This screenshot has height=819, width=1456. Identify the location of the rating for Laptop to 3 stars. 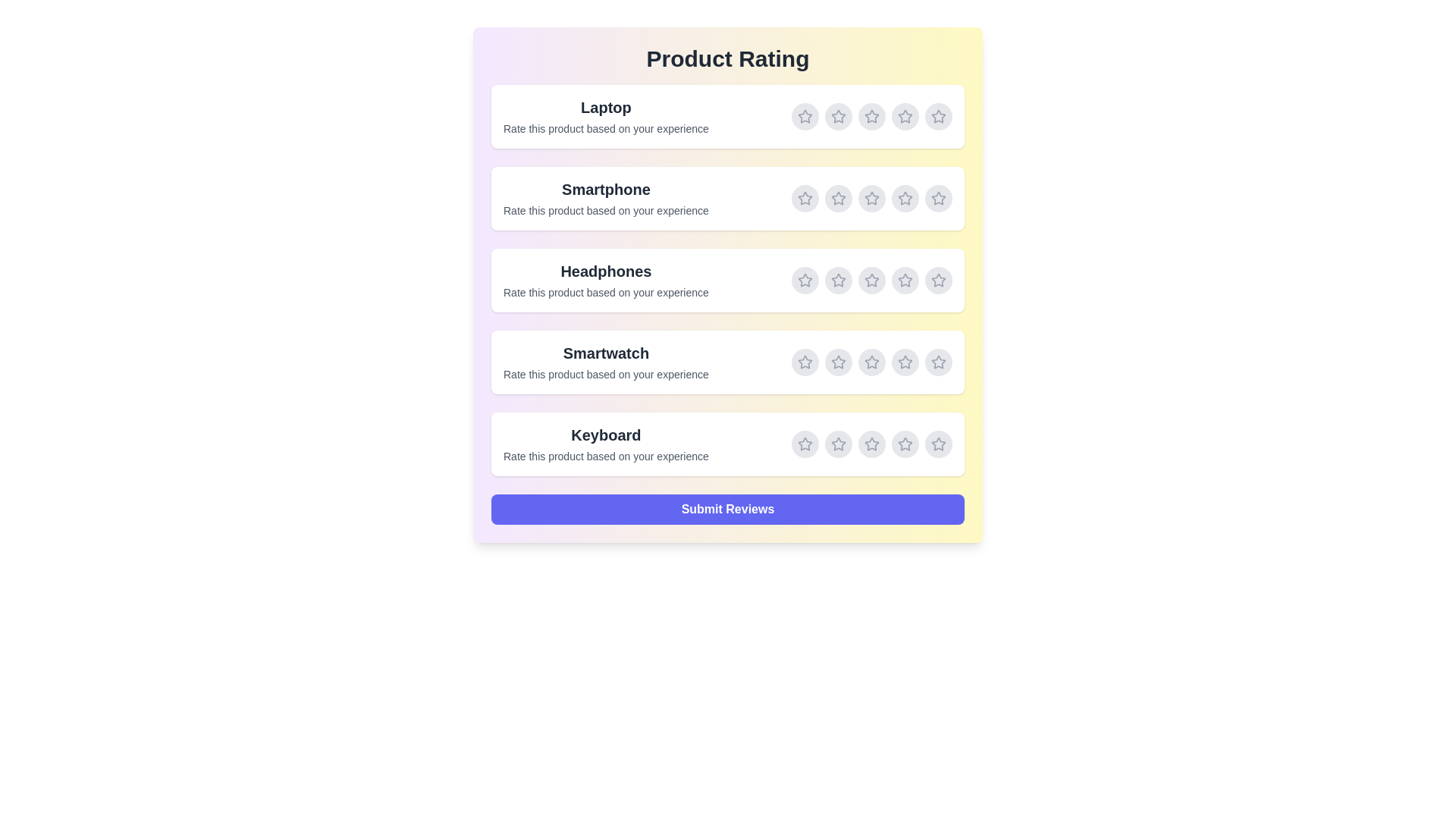
(872, 116).